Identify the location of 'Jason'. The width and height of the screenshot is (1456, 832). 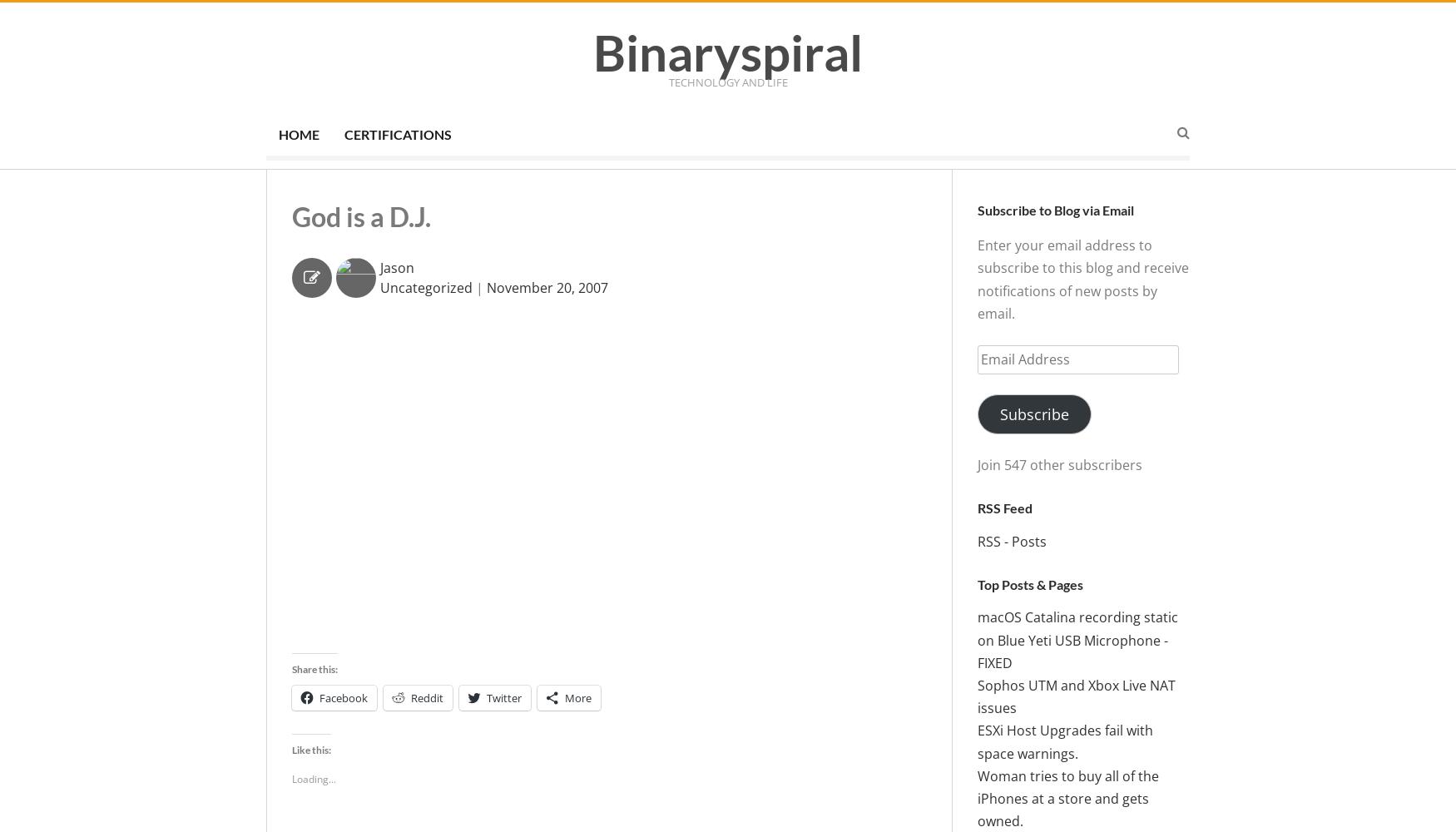
(397, 266).